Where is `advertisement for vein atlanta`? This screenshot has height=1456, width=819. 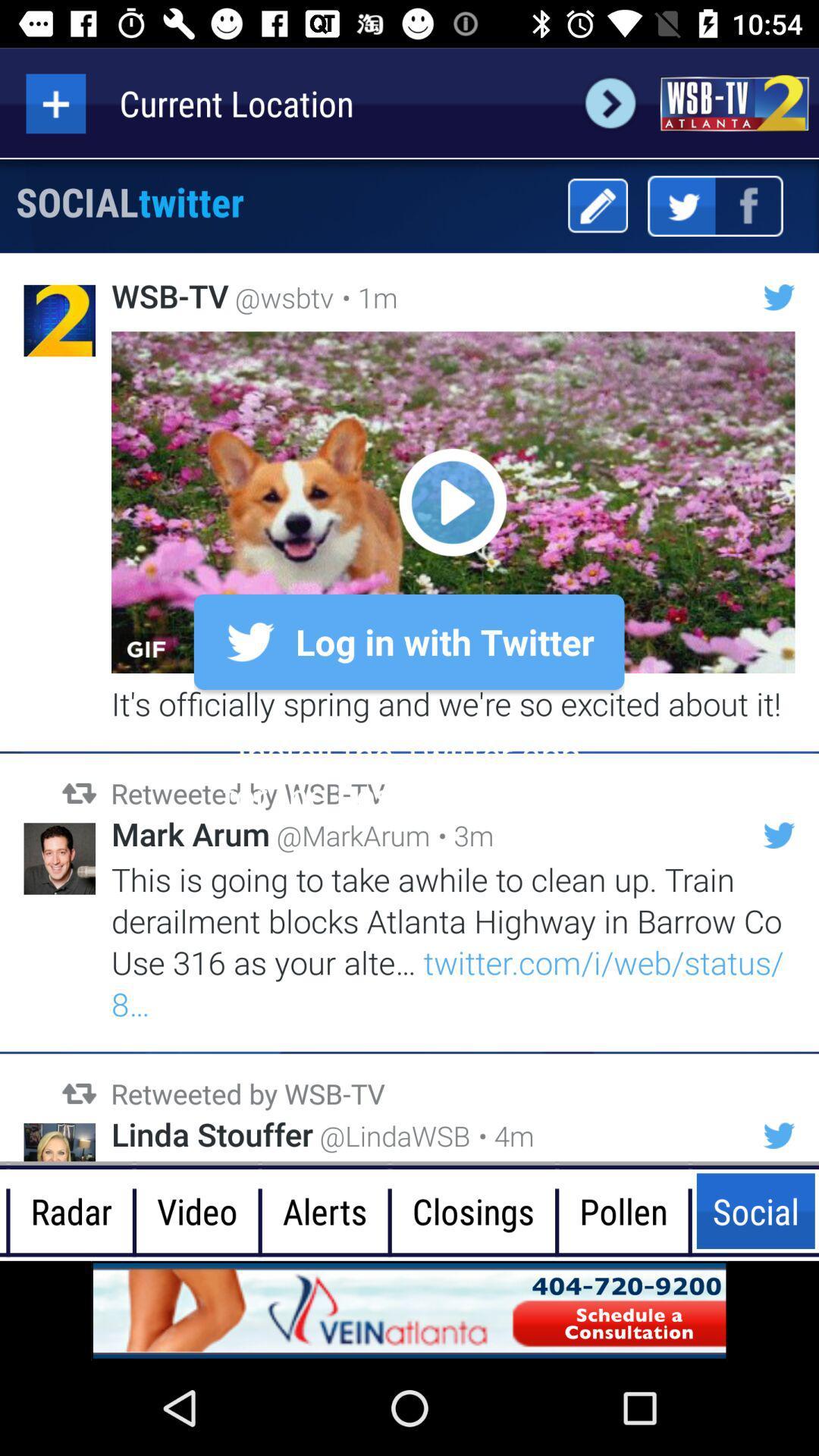 advertisement for vein atlanta is located at coordinates (409, 1310).